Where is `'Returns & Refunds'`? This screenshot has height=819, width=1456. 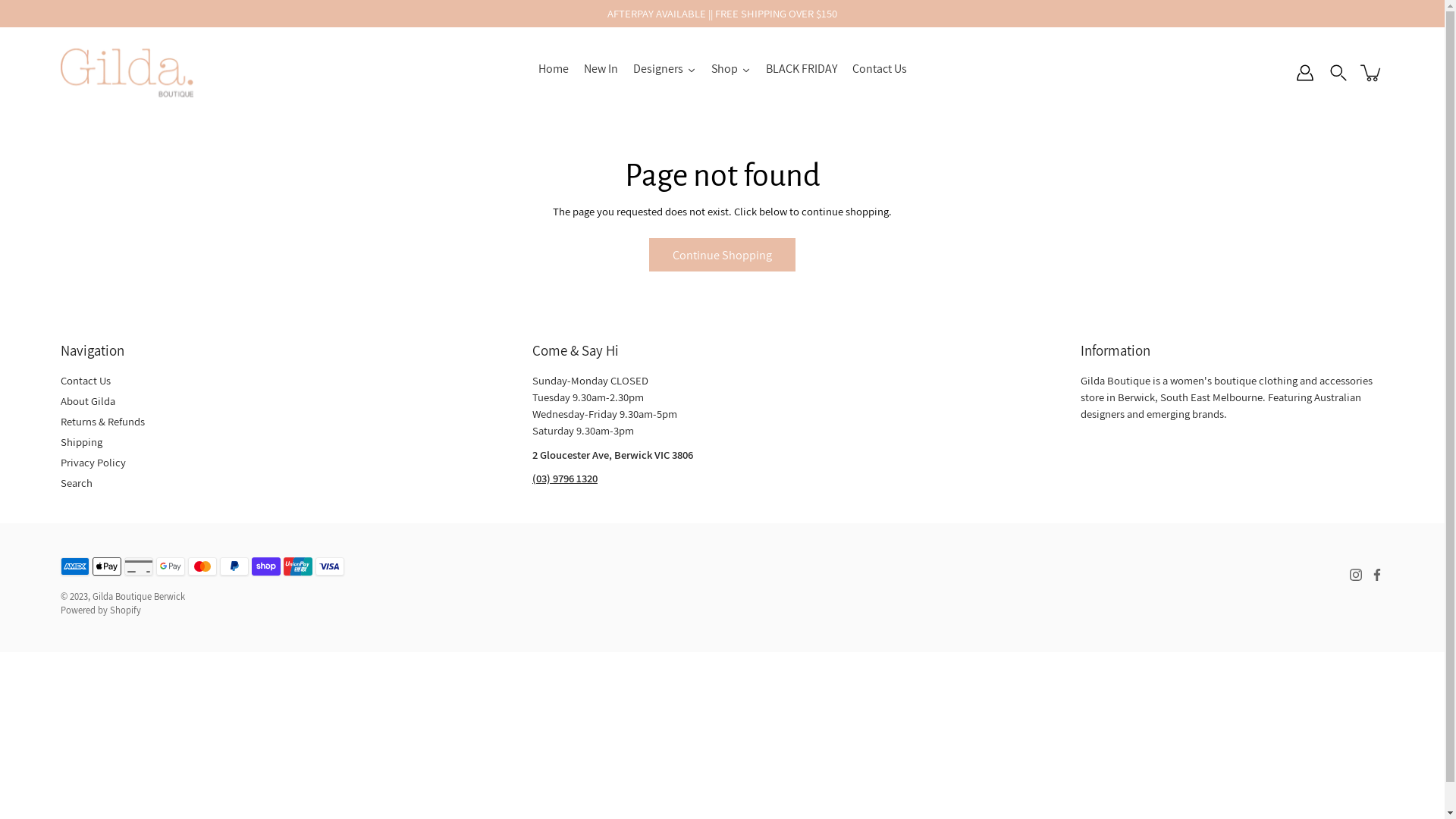 'Returns & Refunds' is located at coordinates (102, 421).